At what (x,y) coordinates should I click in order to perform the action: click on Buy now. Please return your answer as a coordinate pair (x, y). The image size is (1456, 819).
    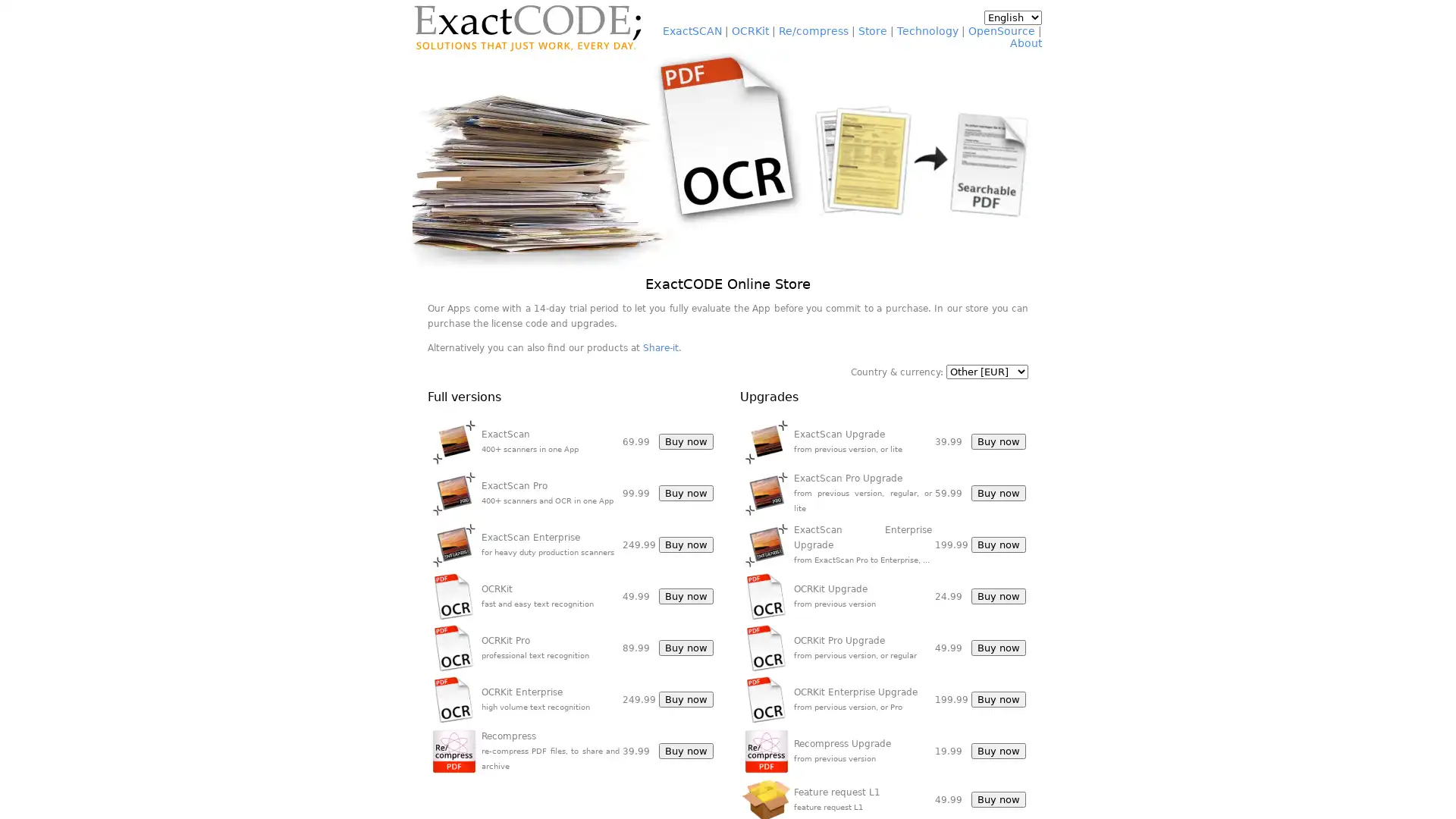
    Looking at the image, I should click on (997, 493).